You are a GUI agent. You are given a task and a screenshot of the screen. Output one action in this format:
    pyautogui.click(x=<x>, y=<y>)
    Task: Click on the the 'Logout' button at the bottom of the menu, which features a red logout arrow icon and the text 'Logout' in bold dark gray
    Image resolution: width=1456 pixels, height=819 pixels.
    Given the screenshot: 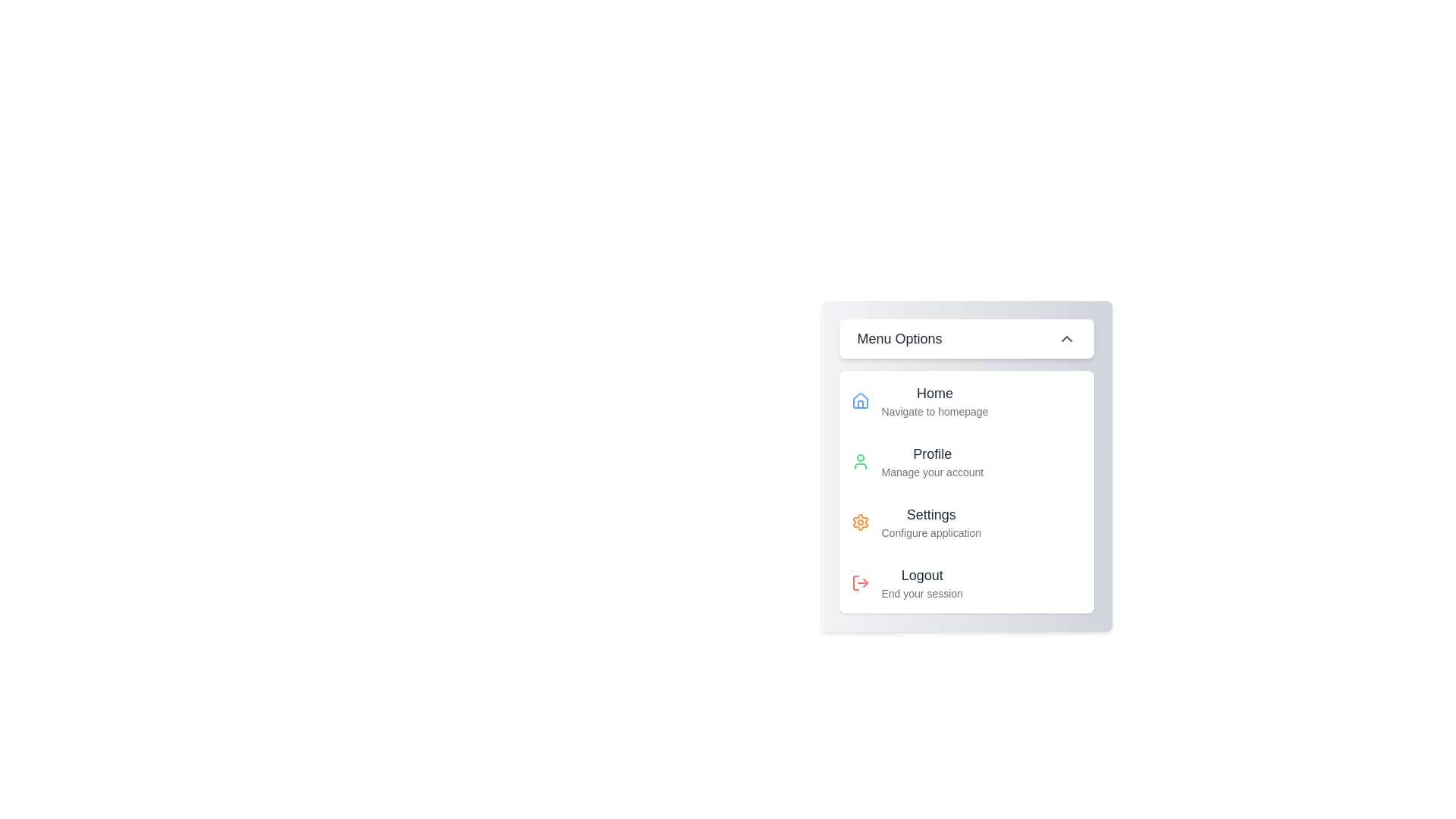 What is the action you would take?
    pyautogui.click(x=965, y=582)
    